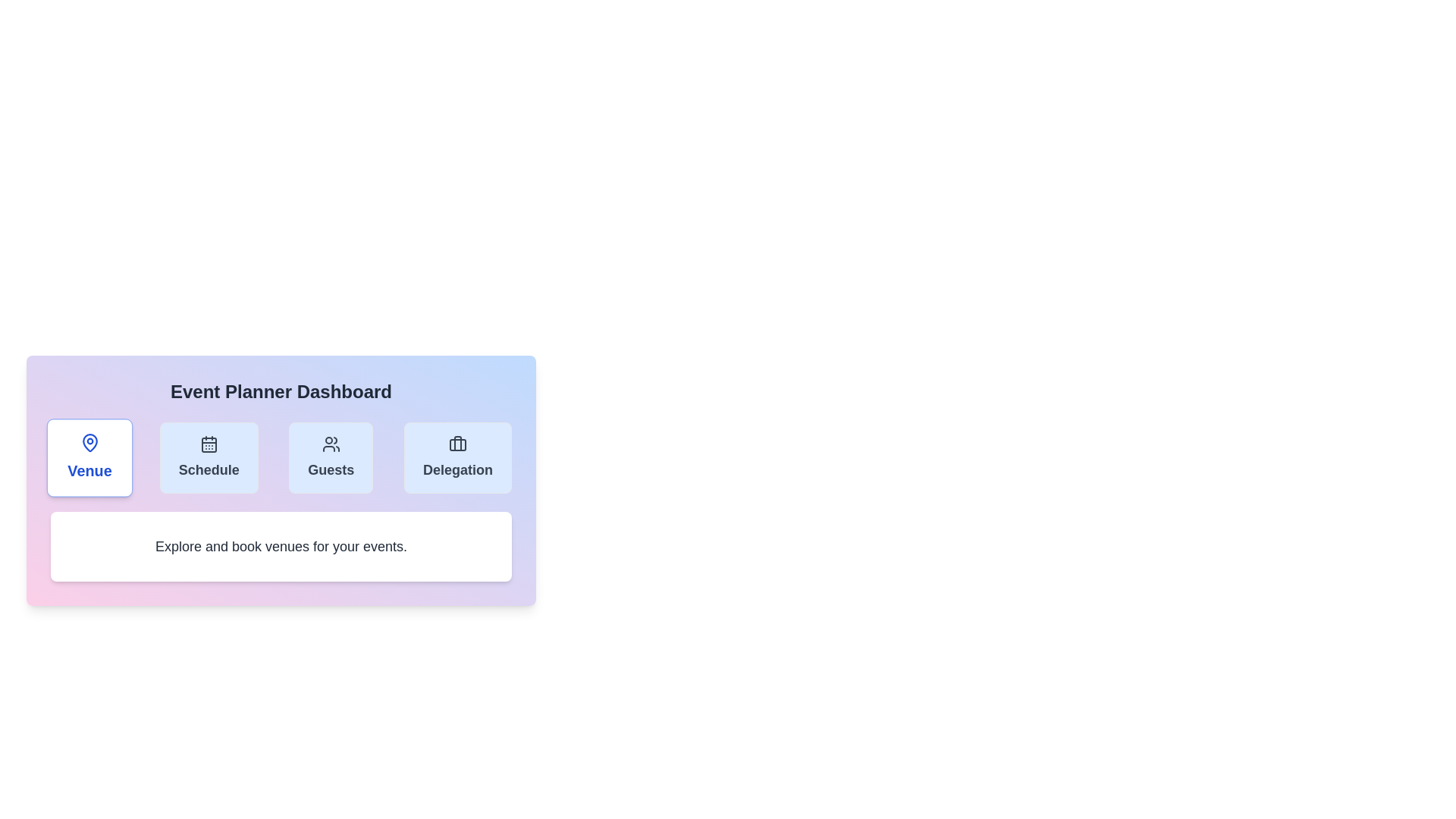  Describe the element at coordinates (89, 457) in the screenshot. I see `the tab labeled Venue` at that location.